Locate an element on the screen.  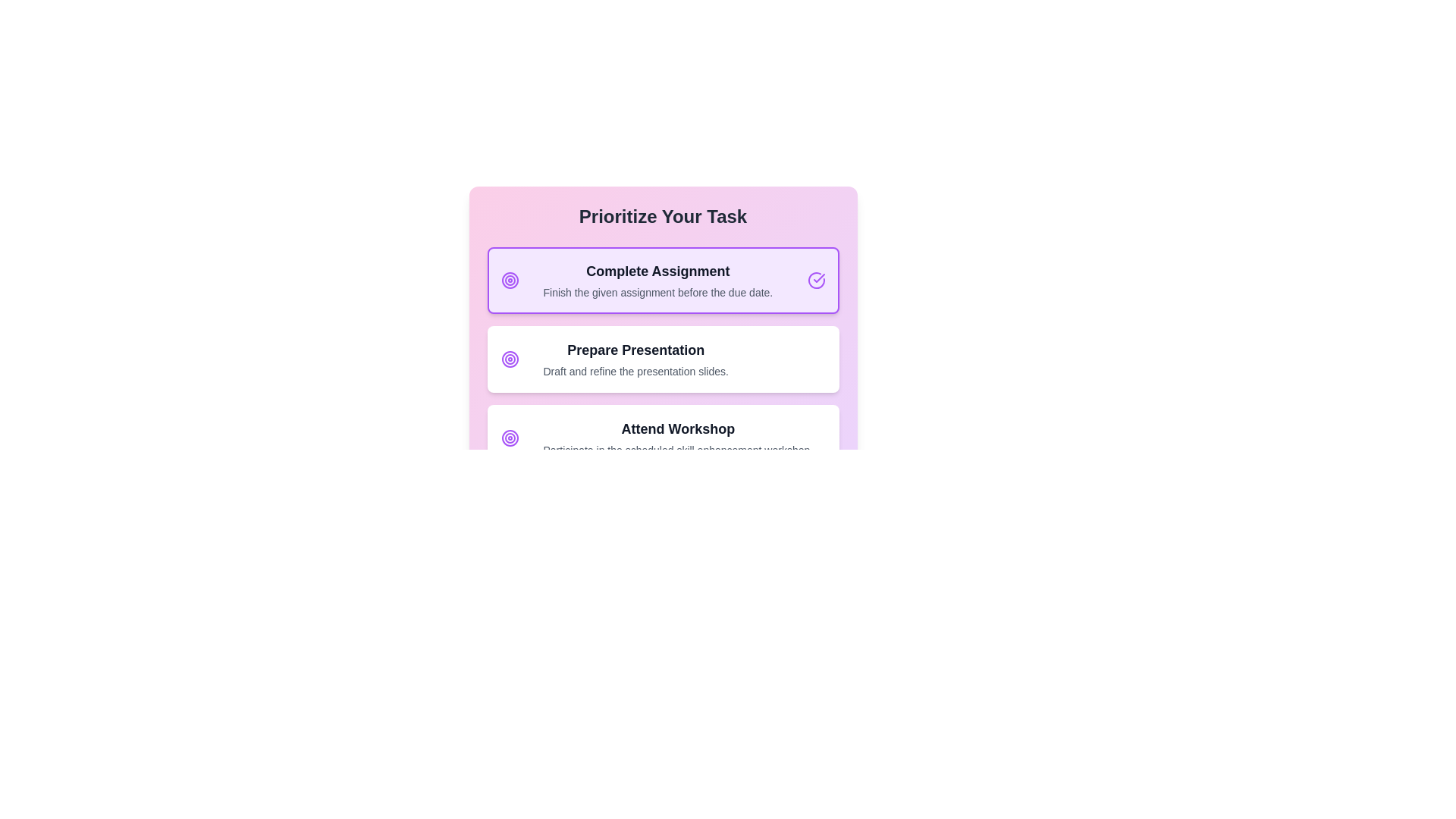
the Text Display element that contains the bold heading 'Prepare Presentation' and the subtext 'Draft and refine the presentation slides', which is the second card in the task list is located at coordinates (635, 359).